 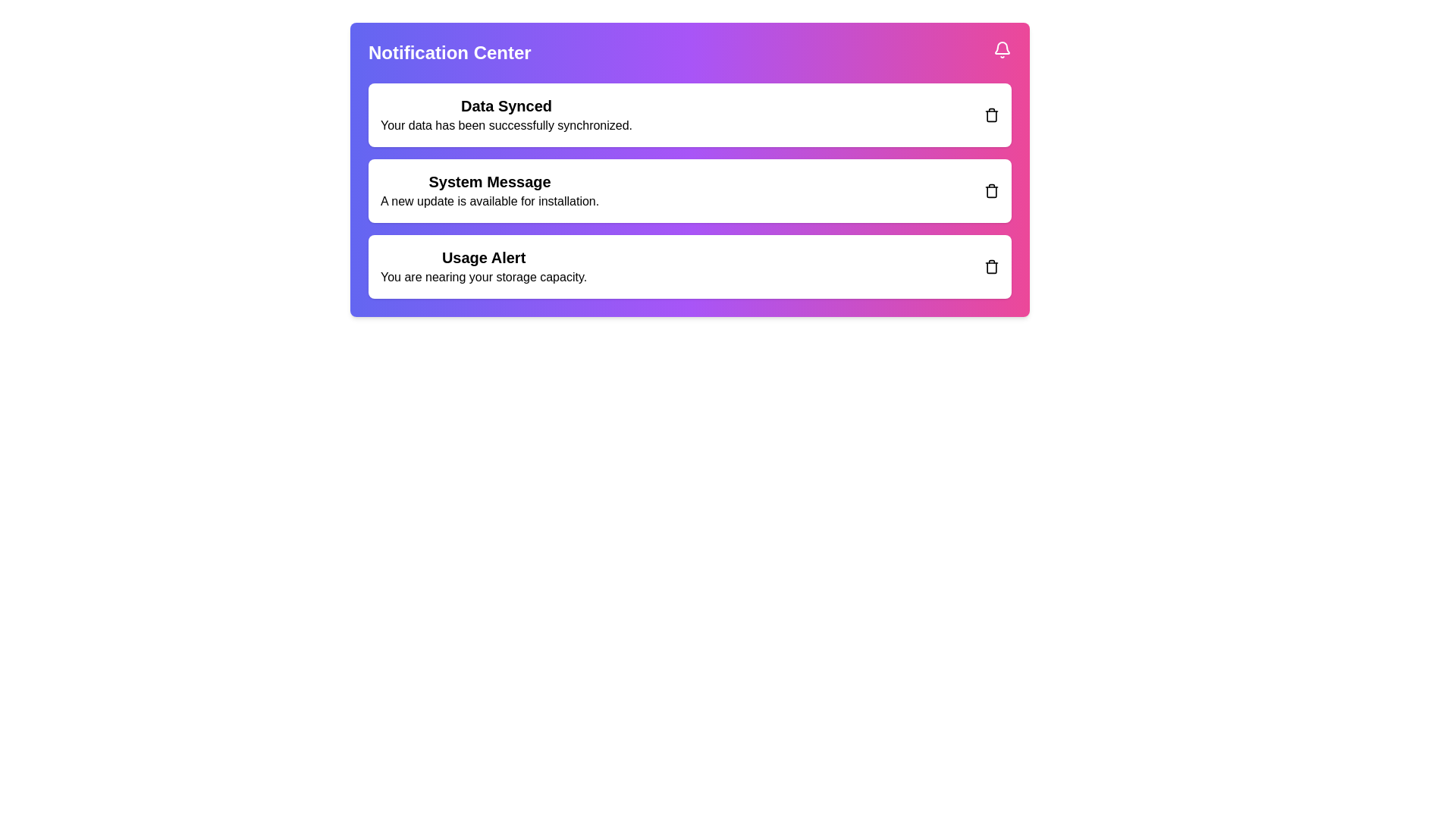 I want to click on the trash icon located at the bottommost position of a three-item vertical list, adjacent to the text 'Usage Alert, You are nearing your storage capacity', so click(x=992, y=265).